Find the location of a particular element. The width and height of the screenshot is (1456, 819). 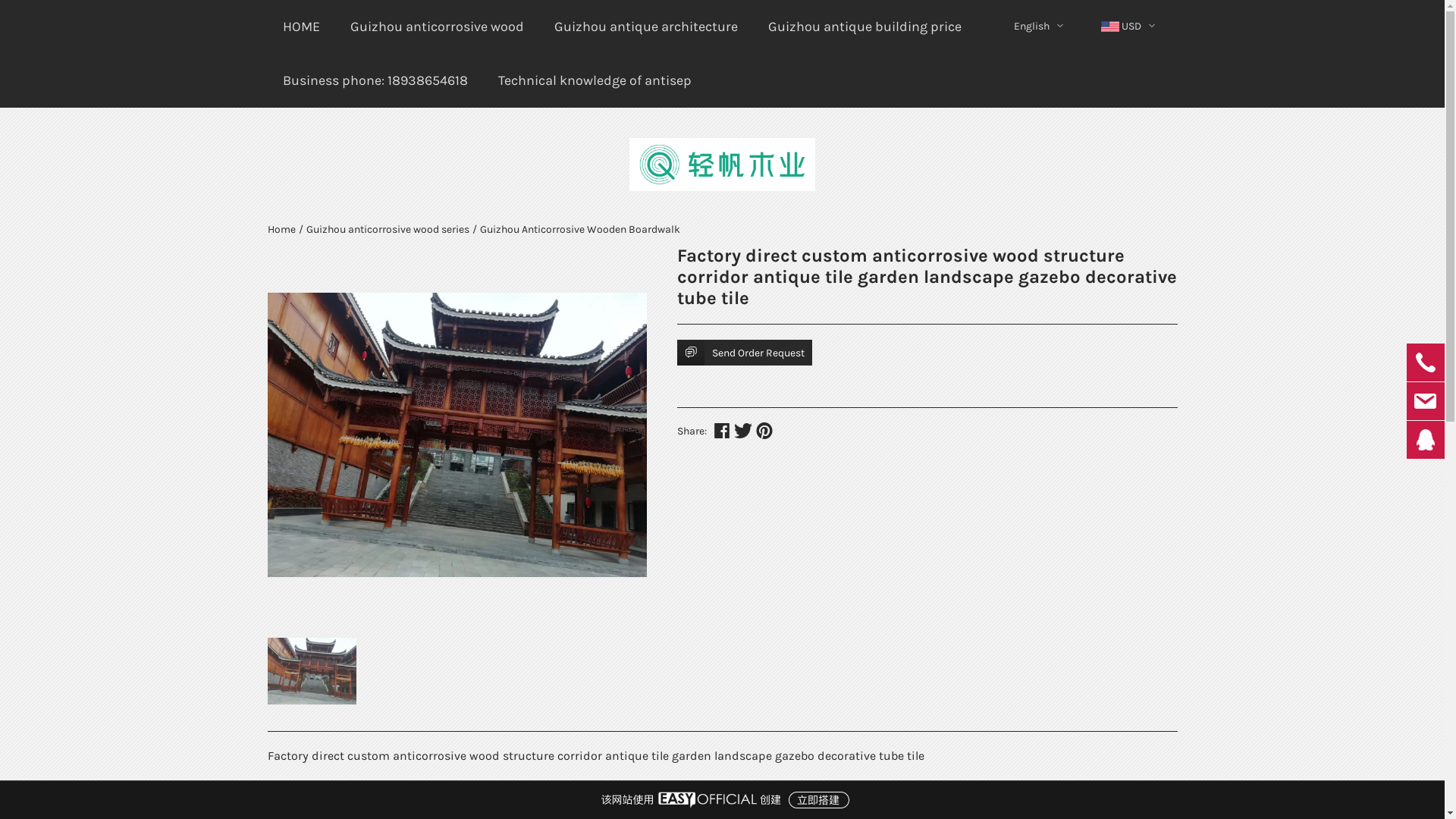

'Home' is located at coordinates (281, 229).